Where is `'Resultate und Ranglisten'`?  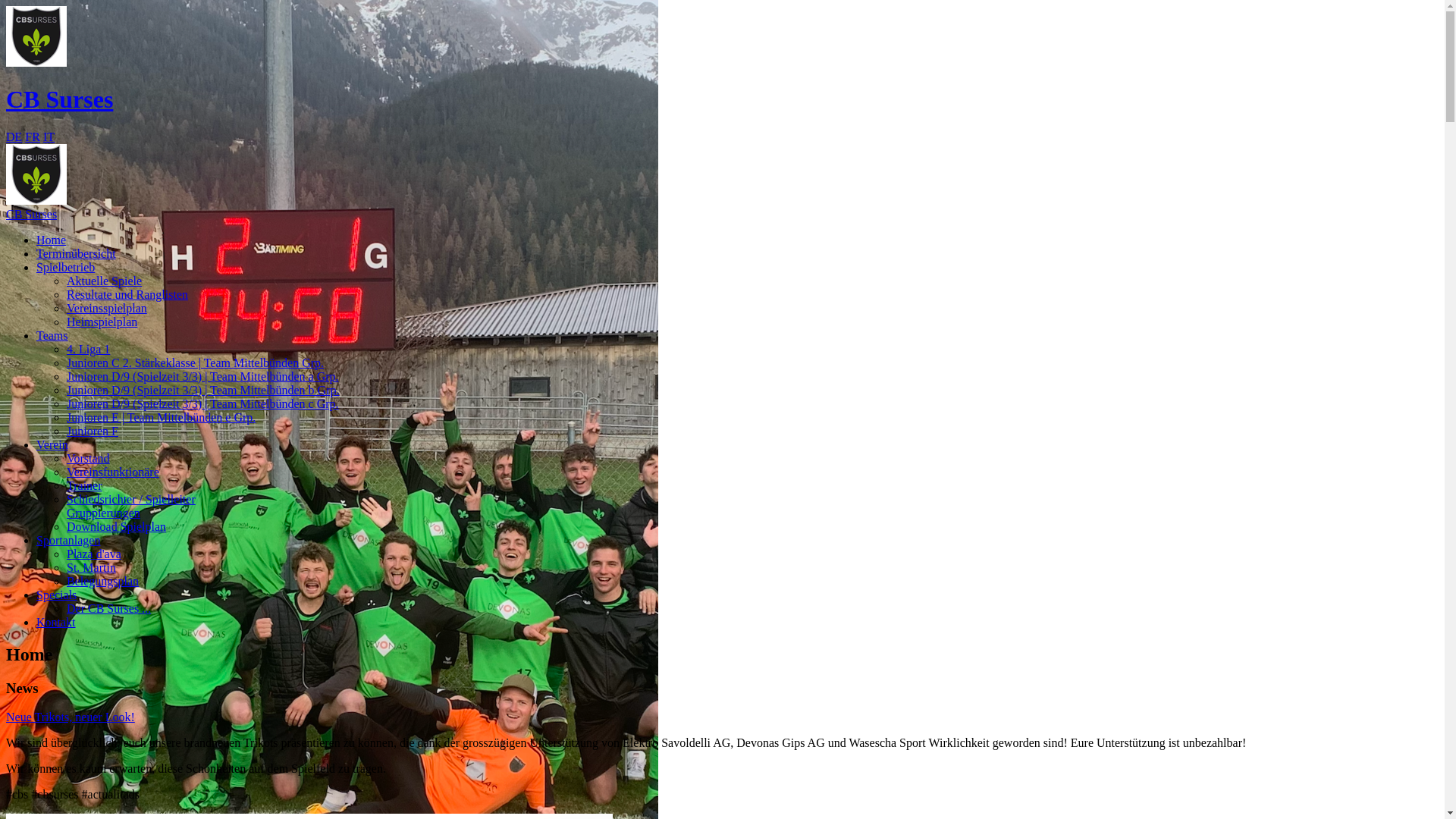 'Resultate und Ranglisten' is located at coordinates (127, 294).